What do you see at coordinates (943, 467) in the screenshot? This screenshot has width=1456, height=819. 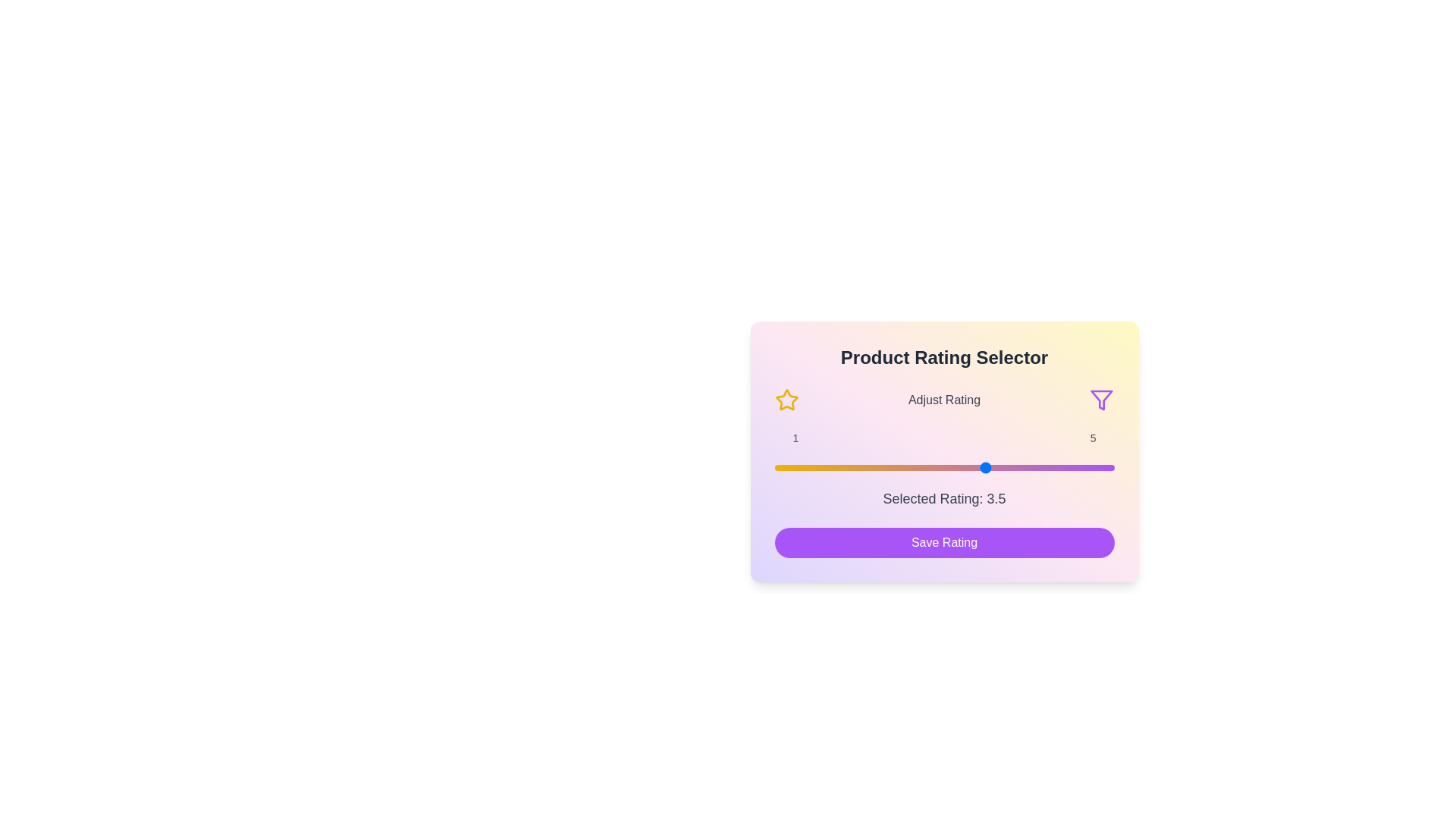 I see `the rating slider to set the rating to 3` at bounding box center [943, 467].